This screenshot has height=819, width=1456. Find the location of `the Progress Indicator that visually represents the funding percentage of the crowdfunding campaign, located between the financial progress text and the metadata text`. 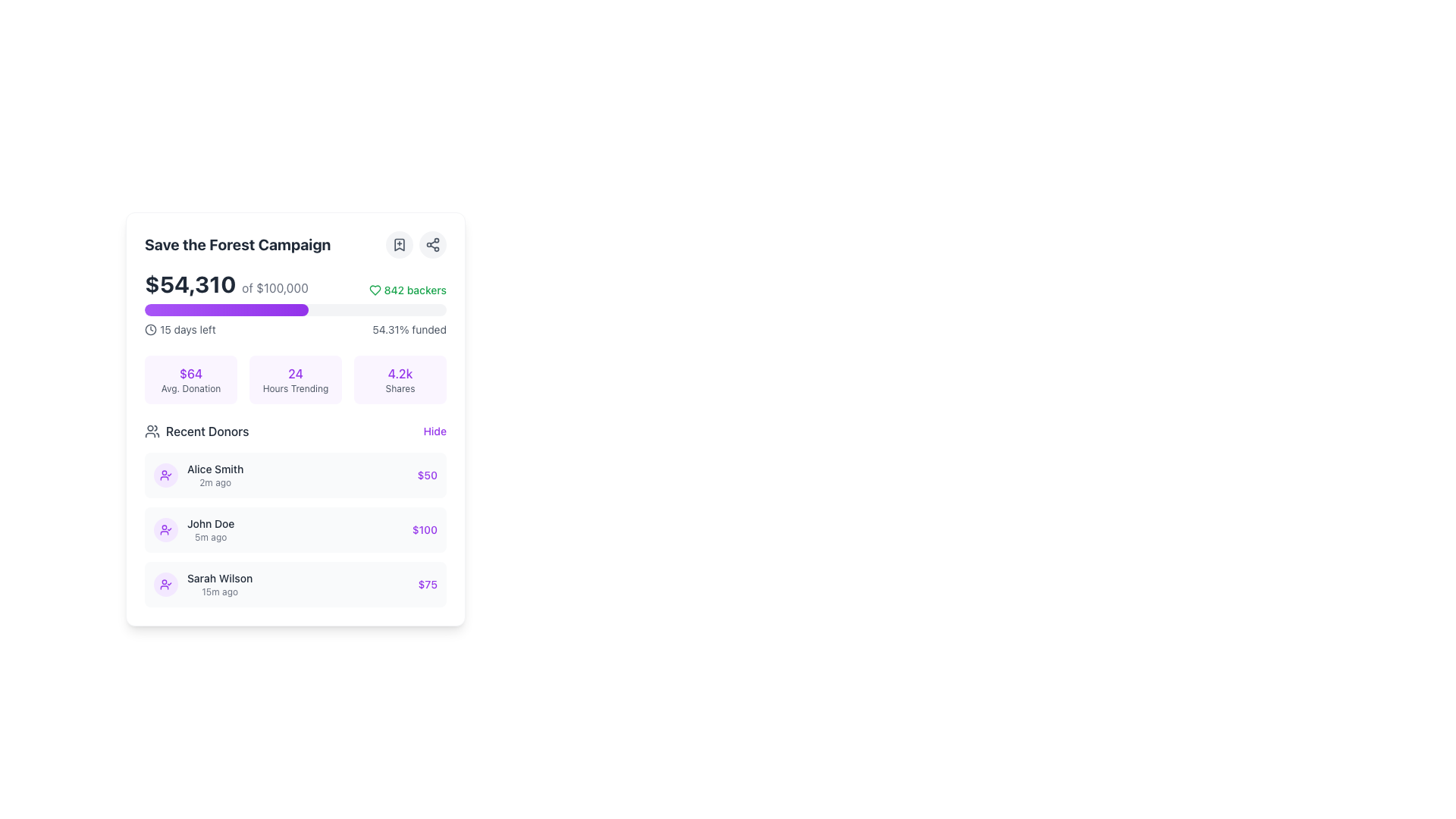

the Progress Indicator that visually represents the funding percentage of the crowdfunding campaign, located between the financial progress text and the metadata text is located at coordinates (295, 309).